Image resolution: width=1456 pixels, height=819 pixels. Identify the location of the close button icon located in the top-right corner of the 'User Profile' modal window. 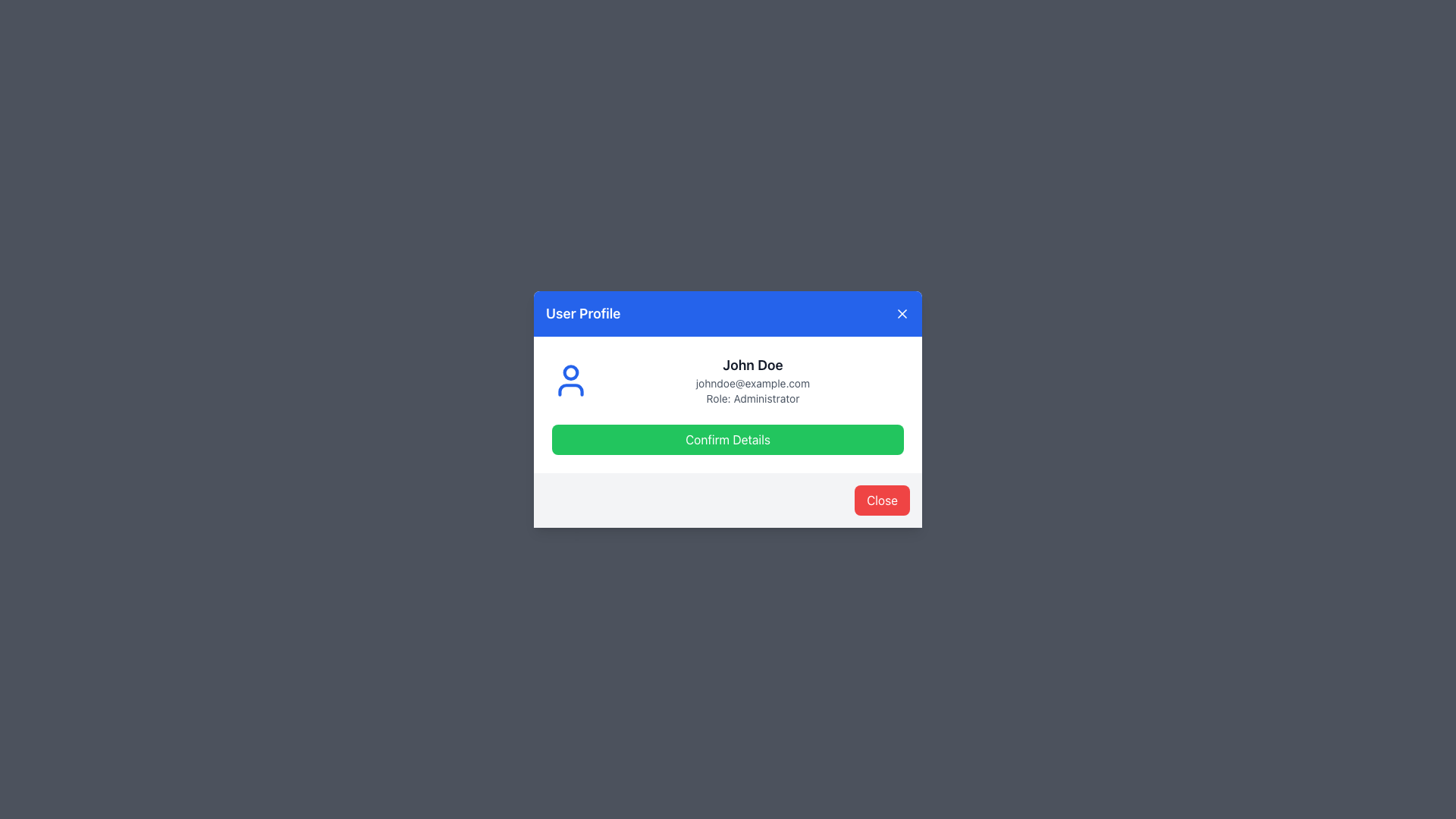
(902, 312).